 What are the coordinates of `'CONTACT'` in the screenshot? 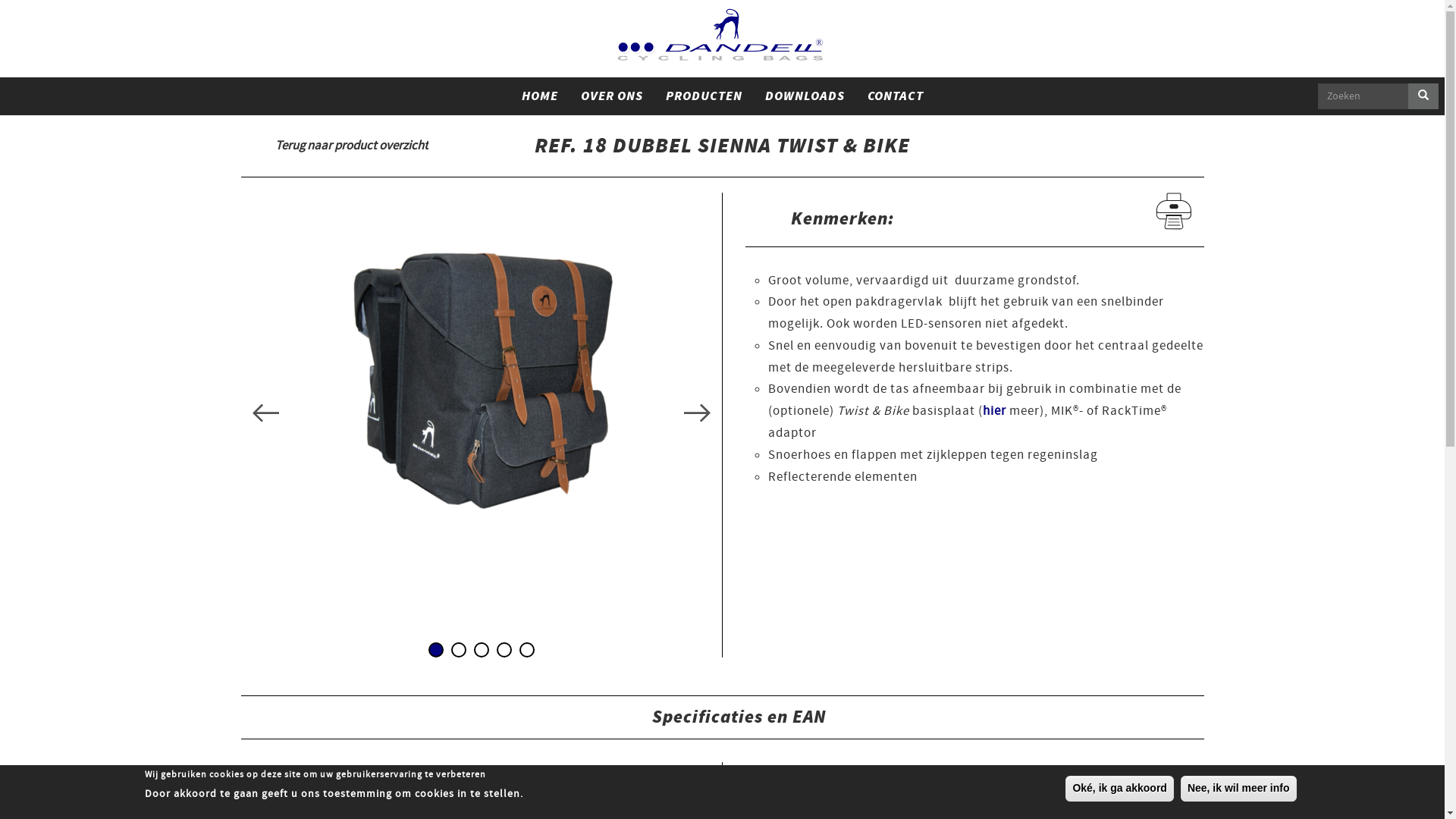 It's located at (895, 96).